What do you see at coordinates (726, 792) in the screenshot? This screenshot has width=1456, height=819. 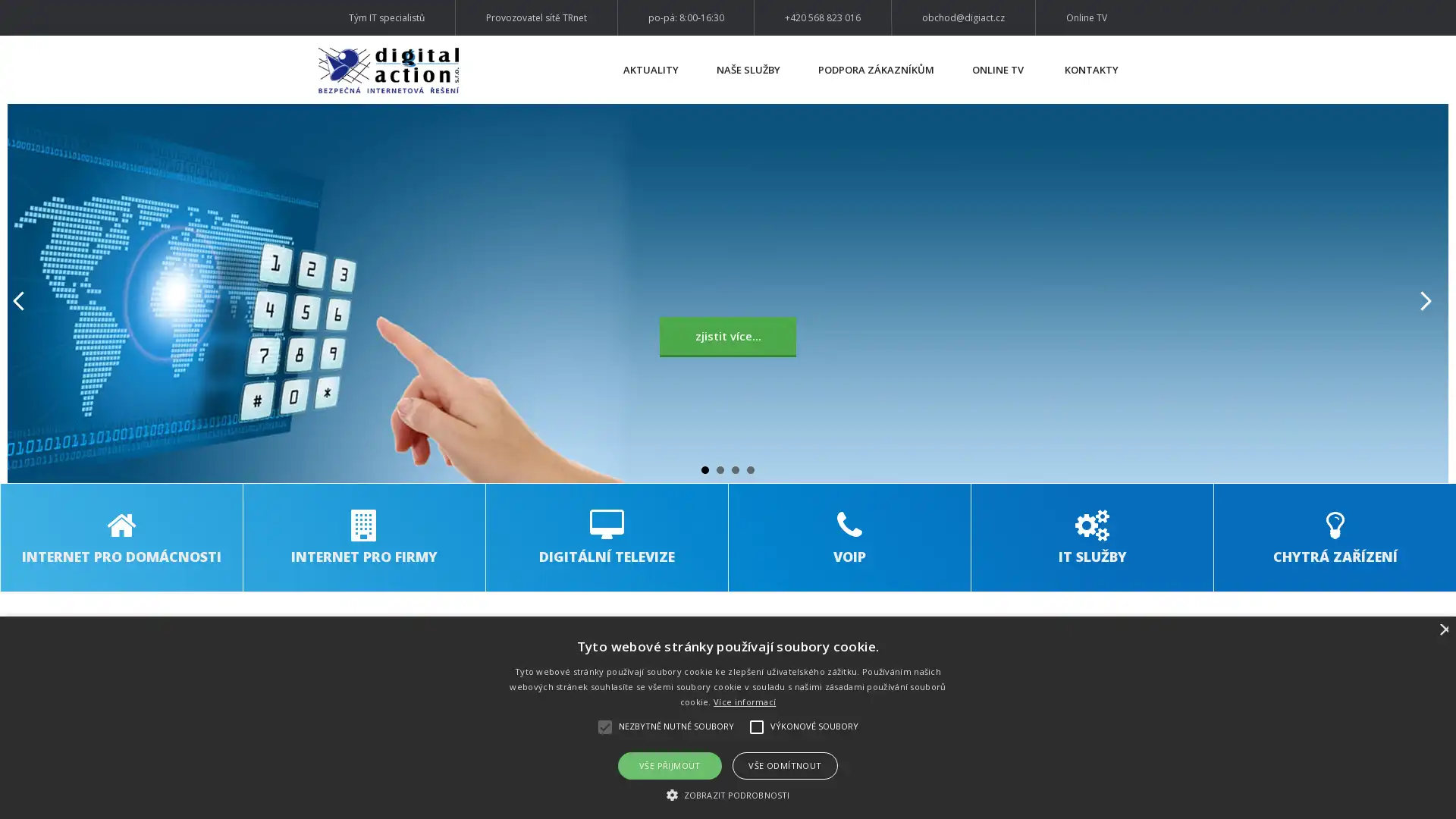 I see `ZOBRAZIT PODROBNOSTI` at bounding box center [726, 792].